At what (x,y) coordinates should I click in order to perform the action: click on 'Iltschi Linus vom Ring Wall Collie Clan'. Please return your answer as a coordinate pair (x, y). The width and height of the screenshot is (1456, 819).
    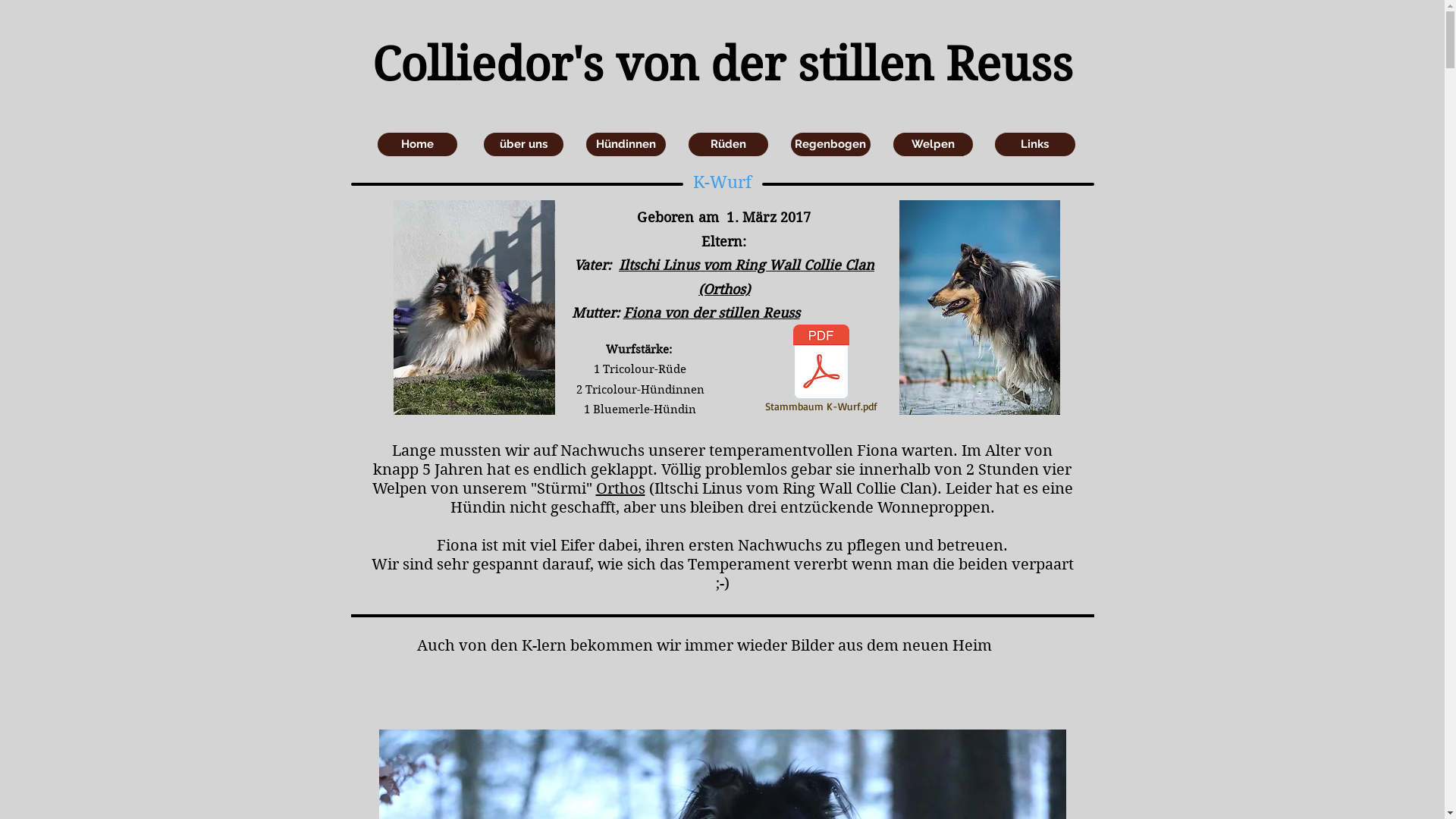
    Looking at the image, I should click on (746, 264).